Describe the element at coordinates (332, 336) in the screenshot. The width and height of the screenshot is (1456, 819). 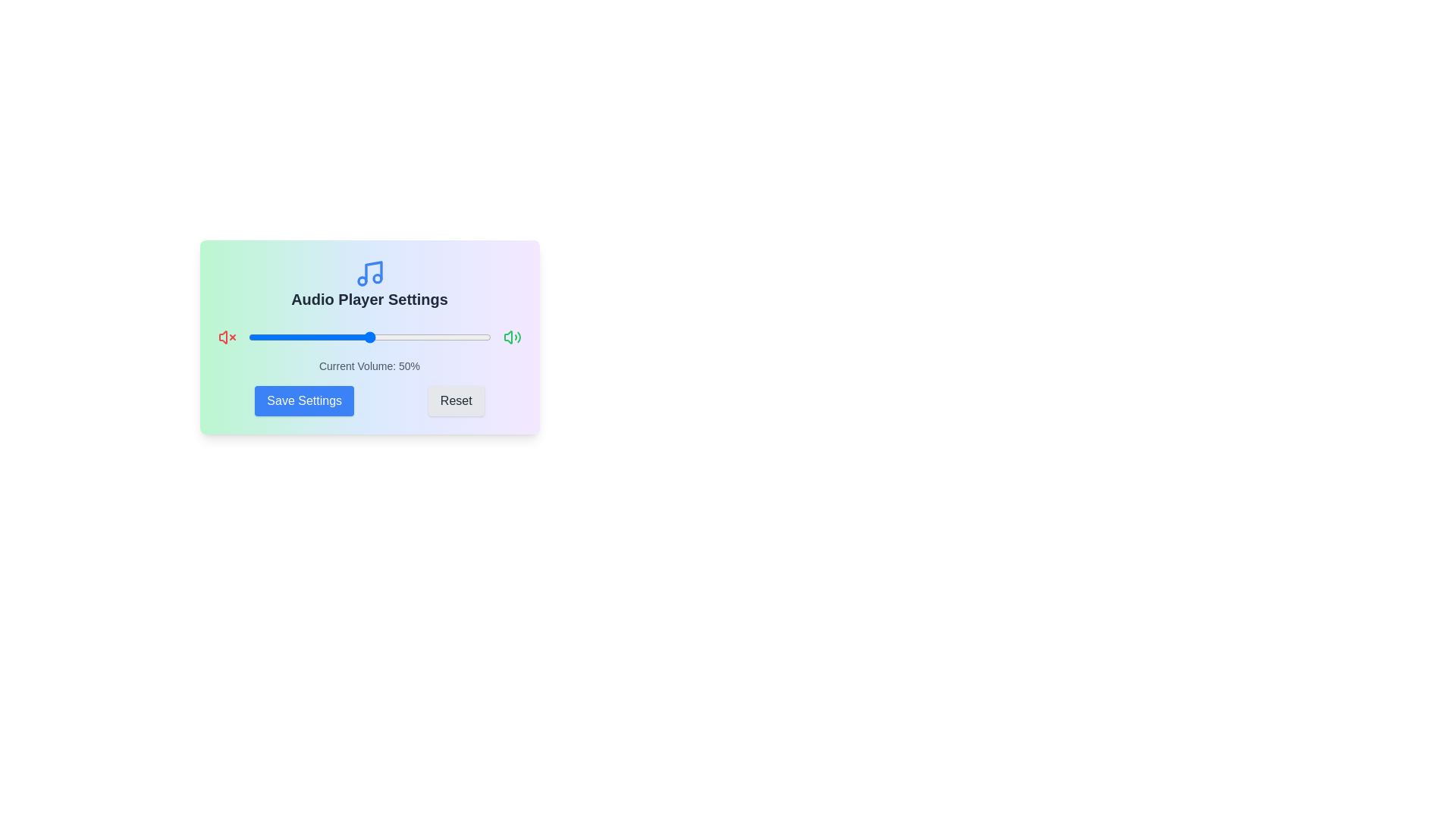
I see `the slider value` at that location.